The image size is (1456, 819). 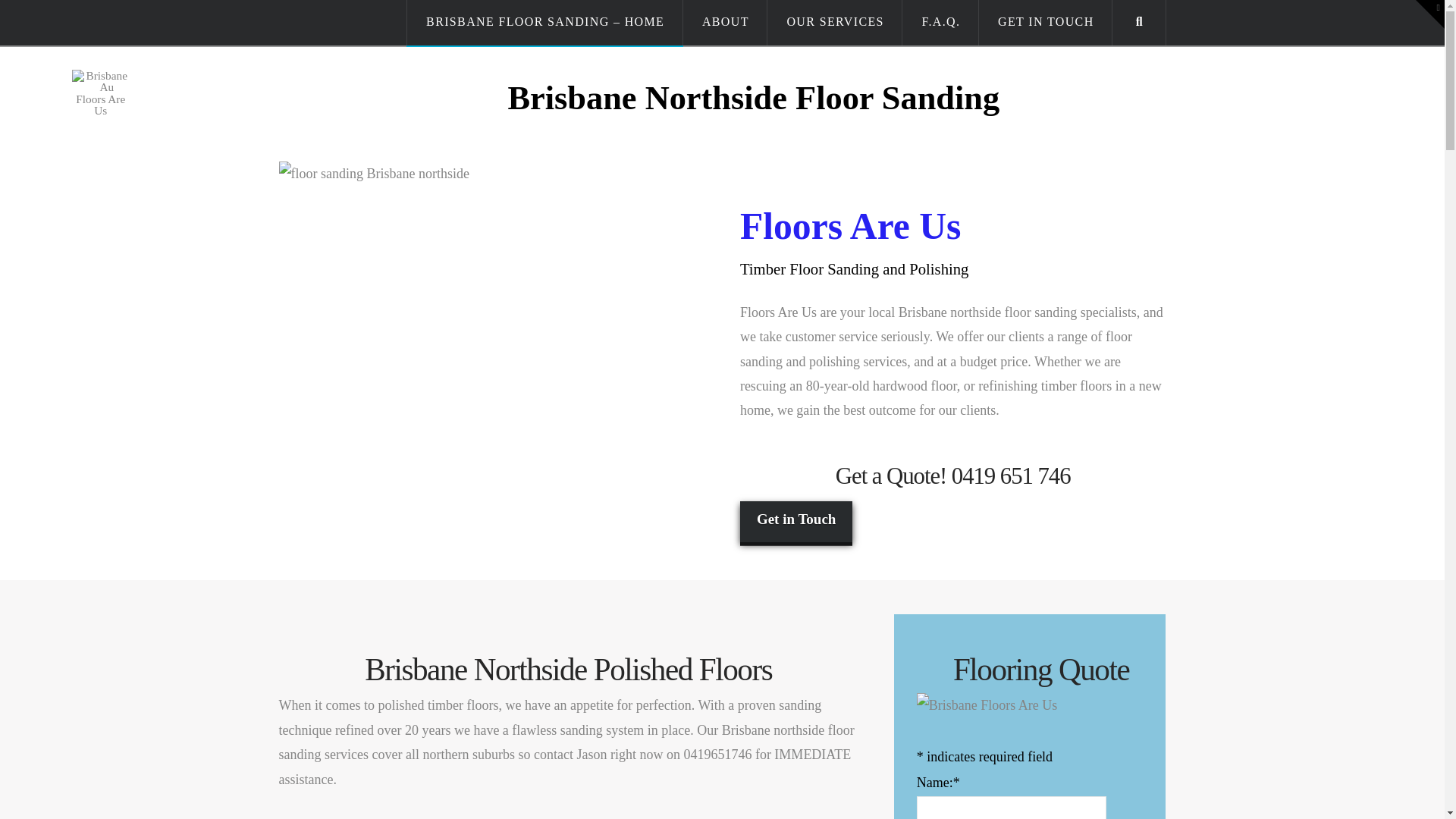 What do you see at coordinates (767, 23) in the screenshot?
I see `'OUR SERVICES'` at bounding box center [767, 23].